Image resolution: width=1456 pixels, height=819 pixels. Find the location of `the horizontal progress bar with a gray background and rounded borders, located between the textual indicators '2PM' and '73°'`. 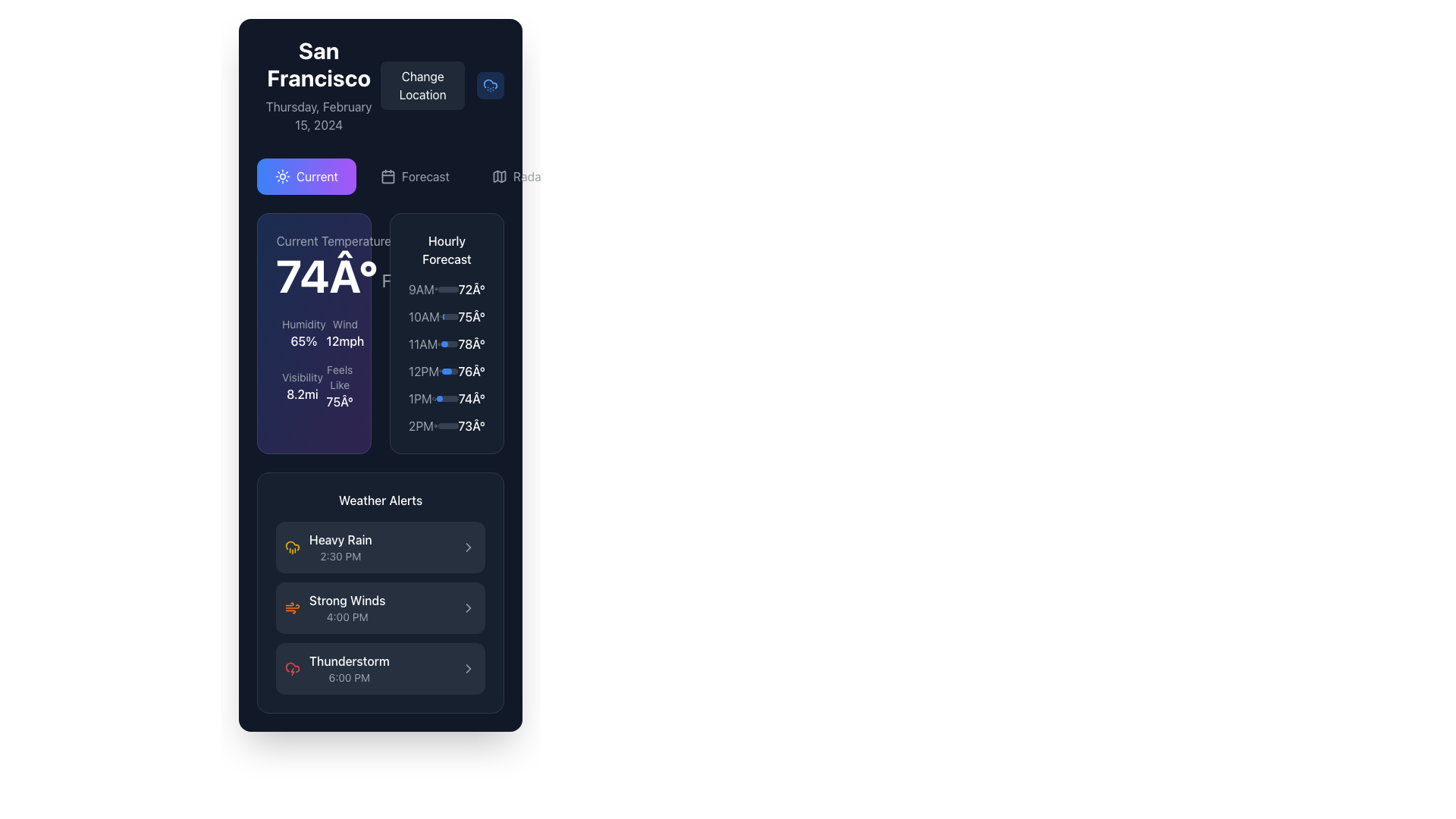

the horizontal progress bar with a gray background and rounded borders, located between the textual indicators '2PM' and '73°' is located at coordinates (447, 426).